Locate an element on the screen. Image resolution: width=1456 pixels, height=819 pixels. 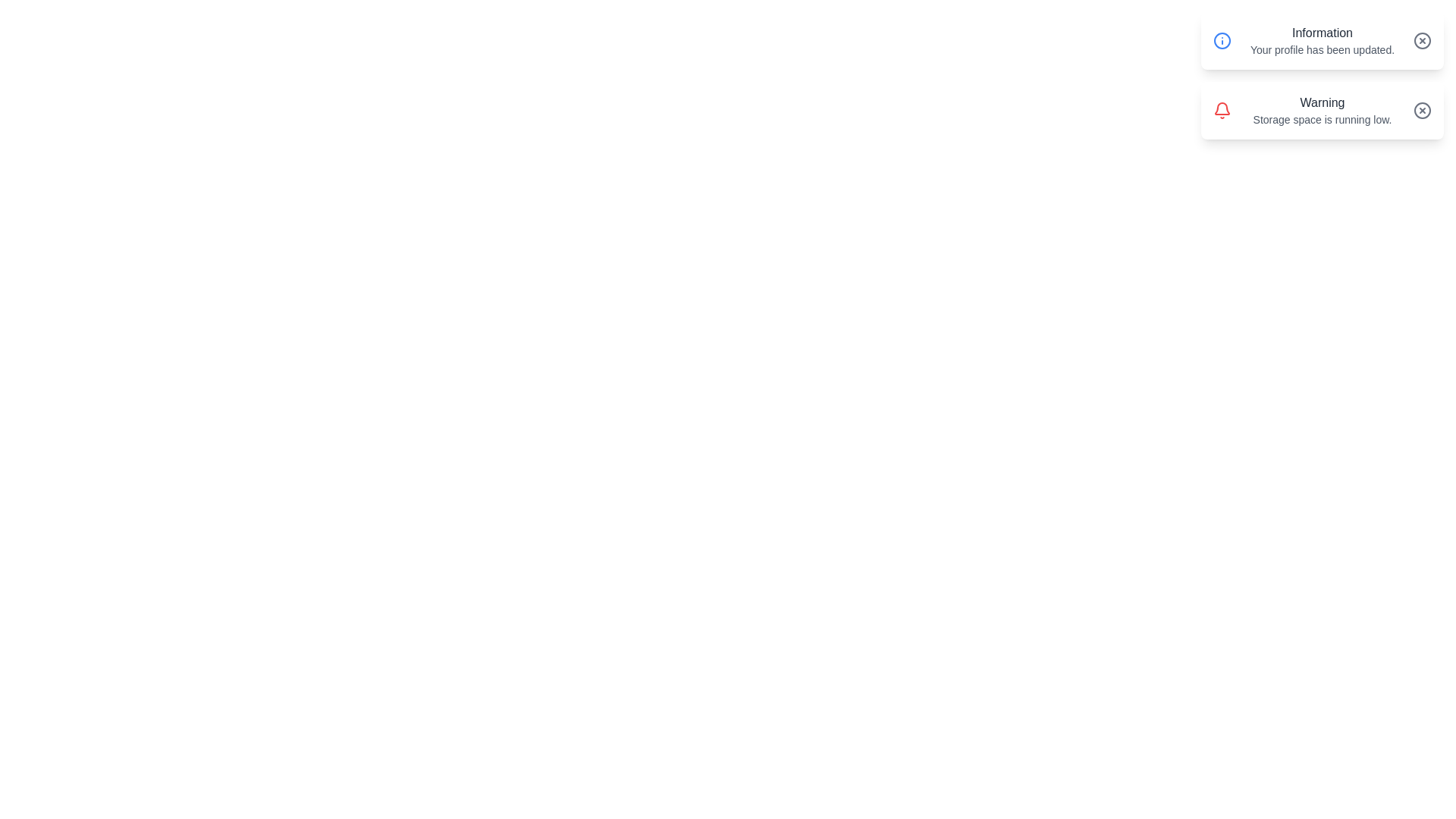
the Text Display element that shows 'Information' and 'Your profile has been updated.' is located at coordinates (1321, 40).